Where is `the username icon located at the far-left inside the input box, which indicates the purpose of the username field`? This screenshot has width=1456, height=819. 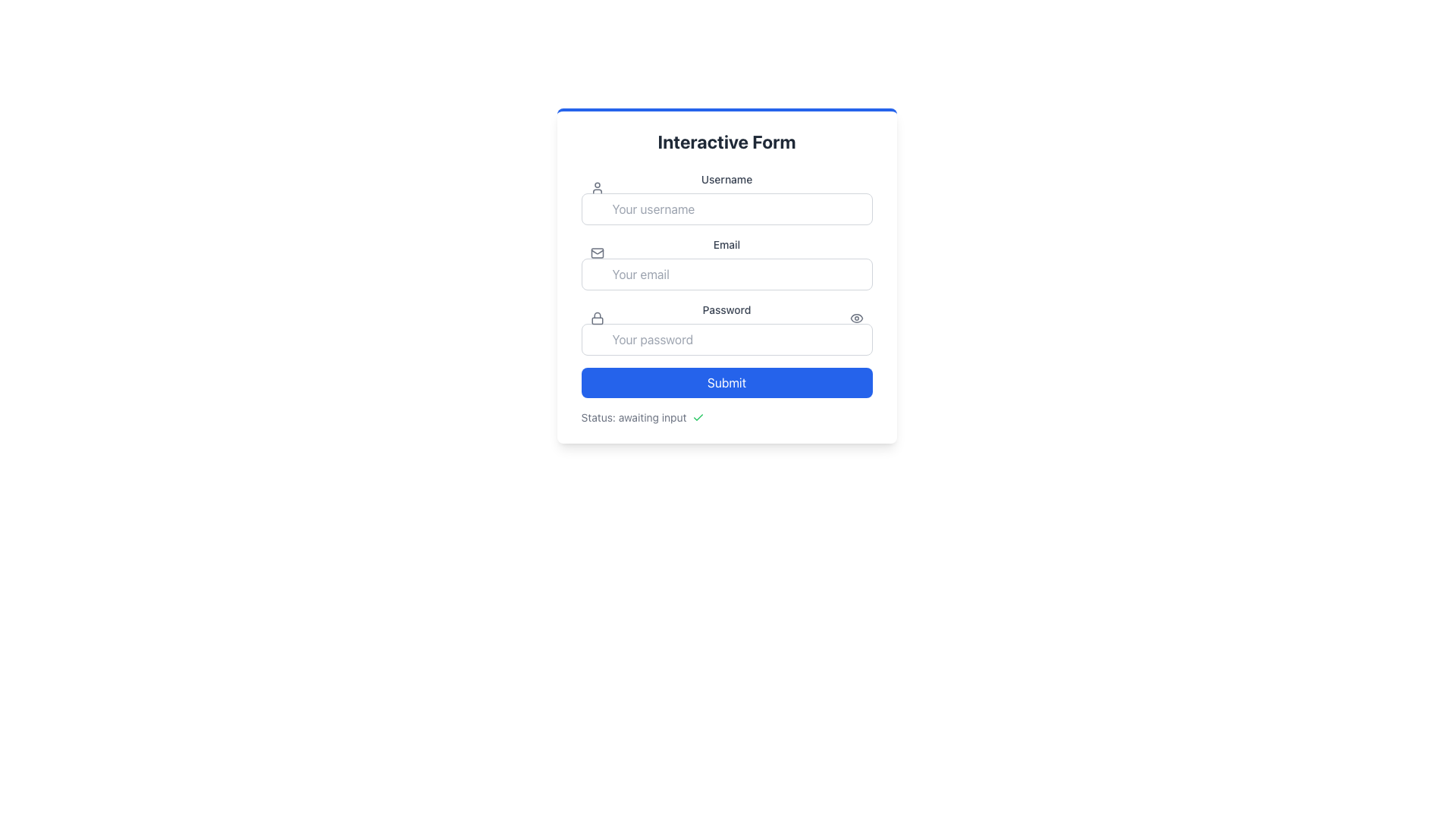 the username icon located at the far-left inside the input box, which indicates the purpose of the username field is located at coordinates (596, 187).